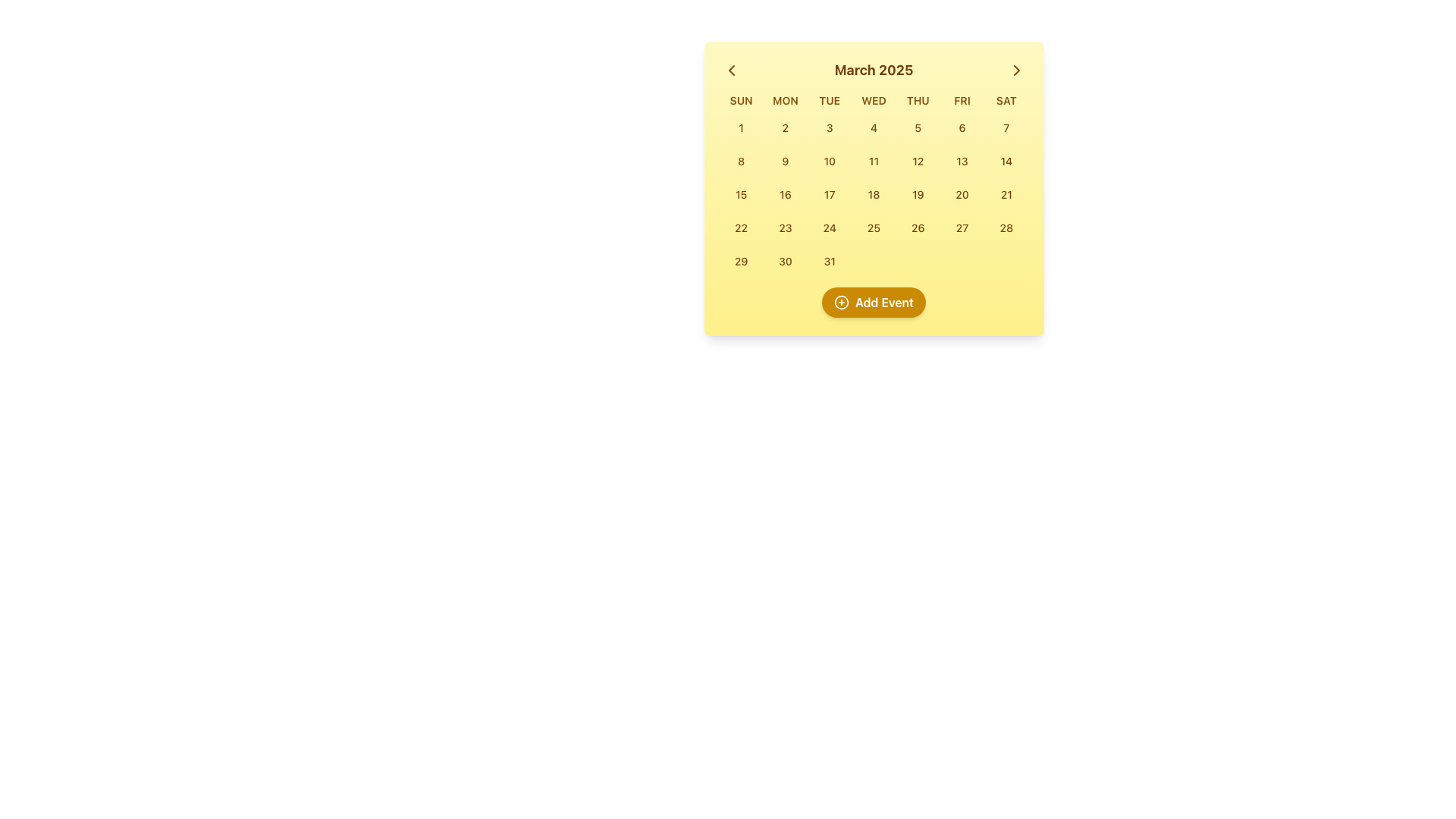  Describe the element at coordinates (962, 100) in the screenshot. I see `the text label for Friday in the week-view row of the calendar component, which is the sixth item in the sequence of day abbreviations` at that location.